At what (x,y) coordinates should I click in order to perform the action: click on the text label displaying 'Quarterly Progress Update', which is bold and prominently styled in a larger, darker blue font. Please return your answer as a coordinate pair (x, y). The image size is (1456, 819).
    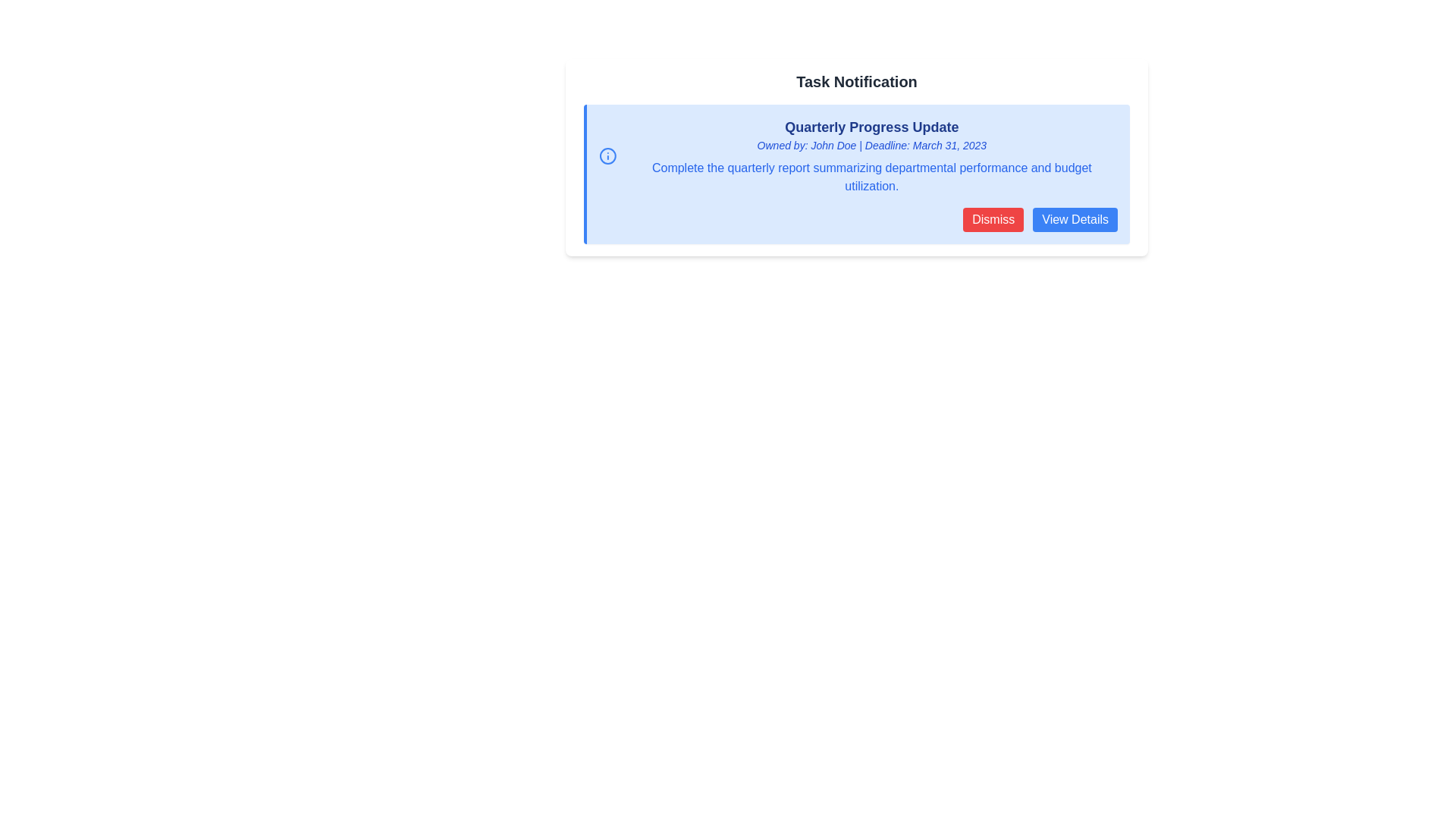
    Looking at the image, I should click on (871, 127).